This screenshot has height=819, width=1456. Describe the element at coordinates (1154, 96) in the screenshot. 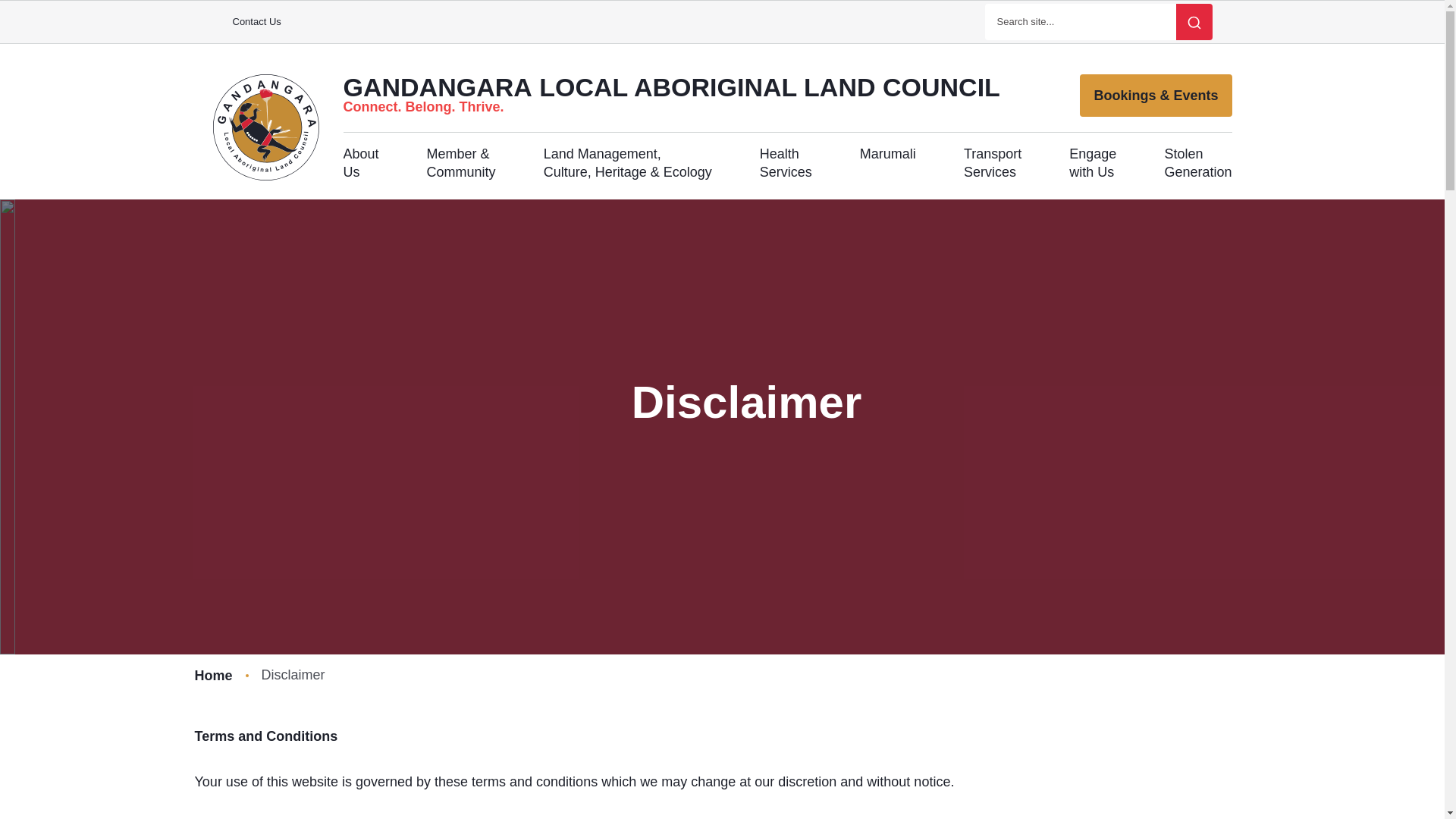

I see `'Bookings & Events'` at that location.